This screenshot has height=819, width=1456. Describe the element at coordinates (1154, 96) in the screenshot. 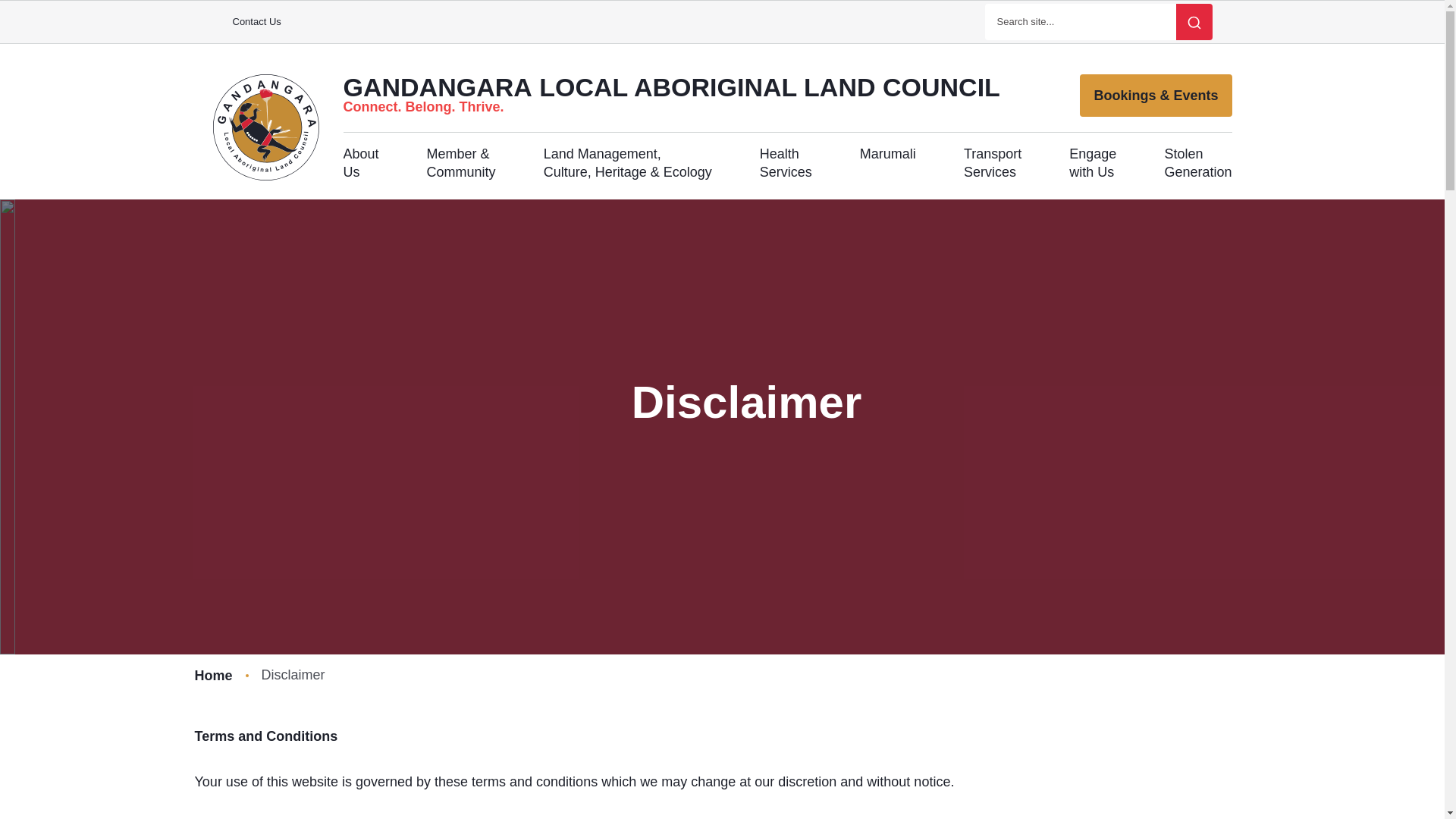

I see `'Bookings & Events'` at that location.